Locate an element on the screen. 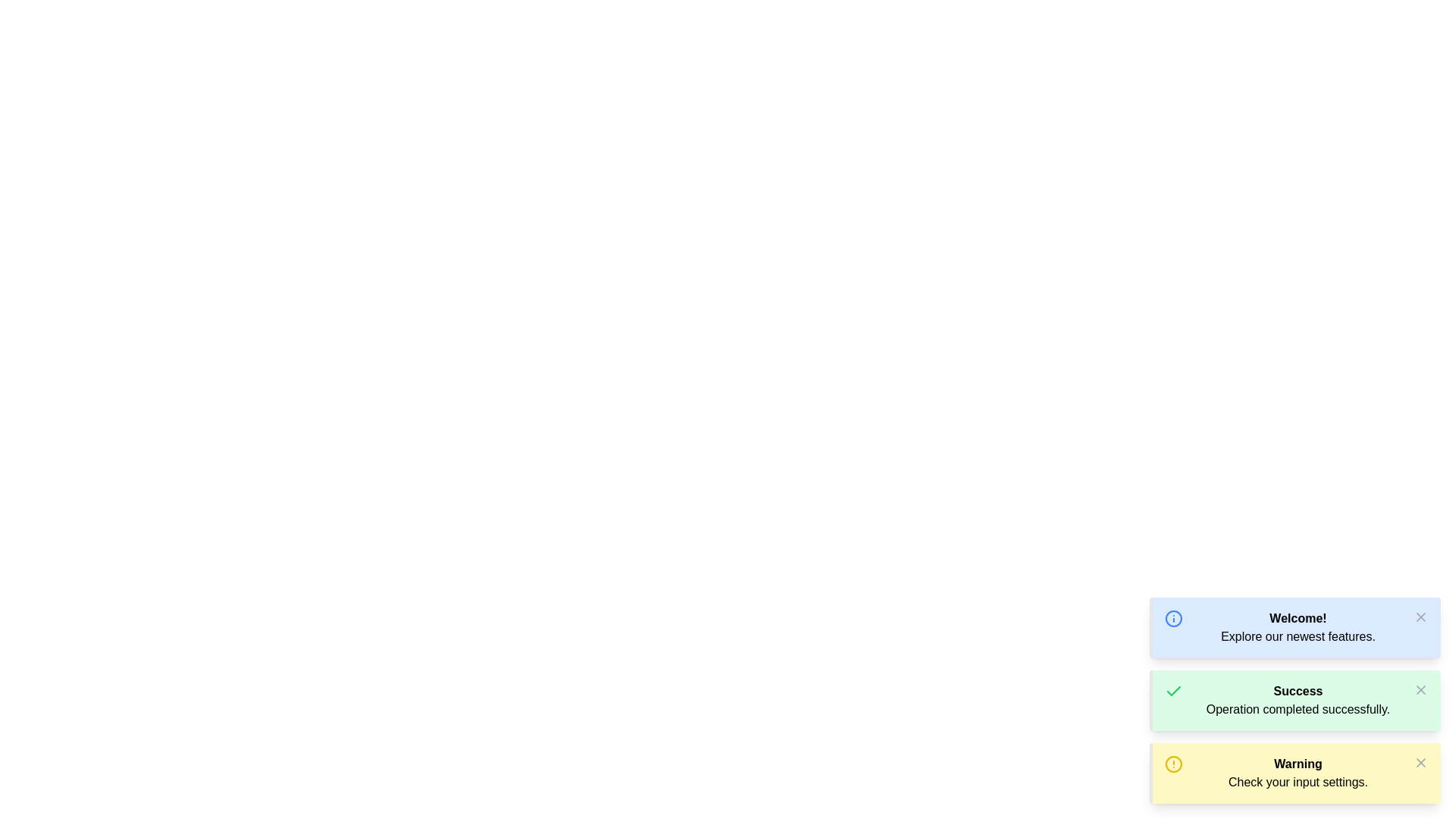 This screenshot has height=819, width=1456. the center of the Close-icon, which is part of the 'X' icon located at the top-right corner of the 'Success' notification card is located at coordinates (1420, 690).